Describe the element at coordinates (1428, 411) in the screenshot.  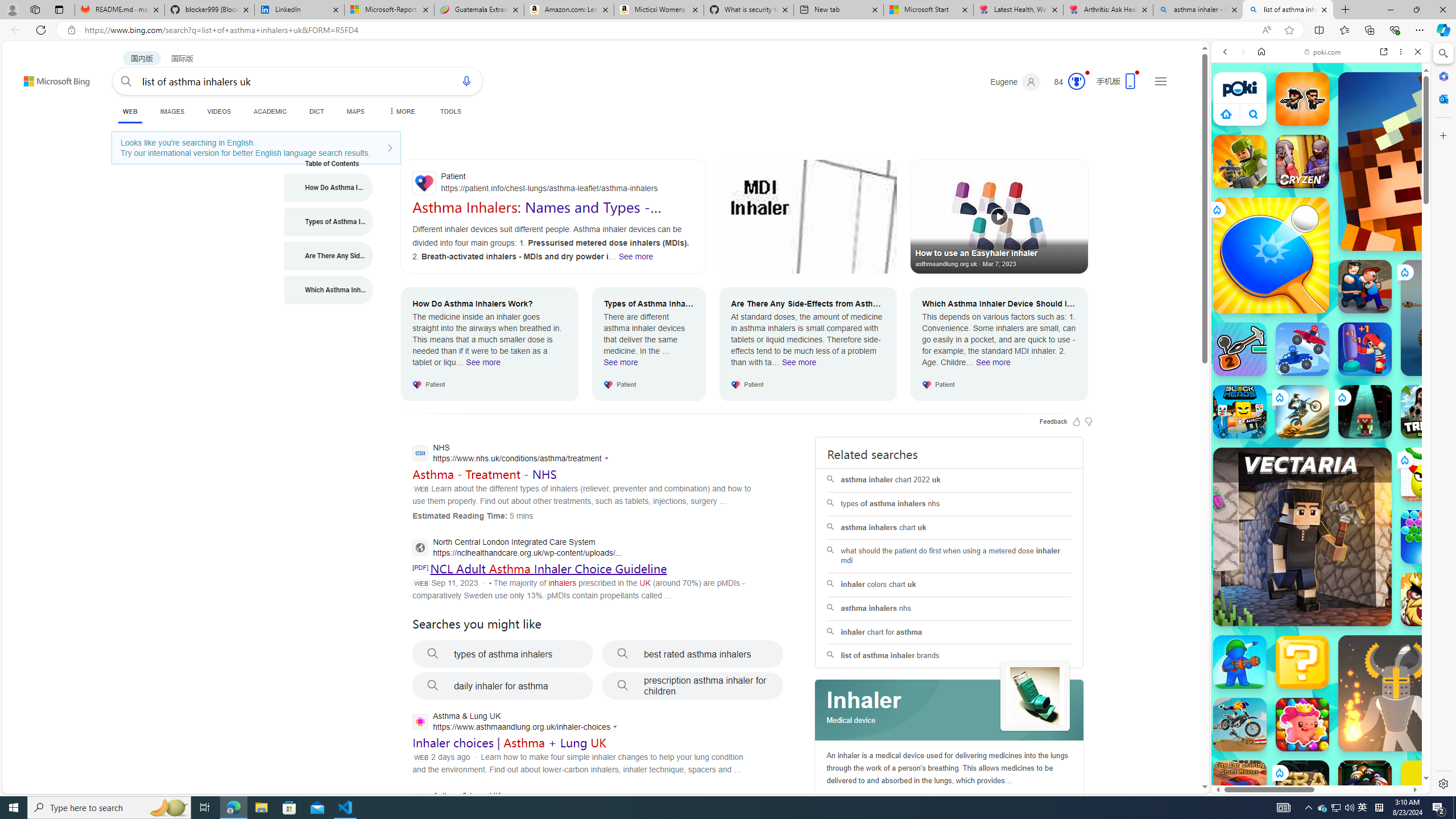
I see `'Tribals.io Tribals.io'` at that location.